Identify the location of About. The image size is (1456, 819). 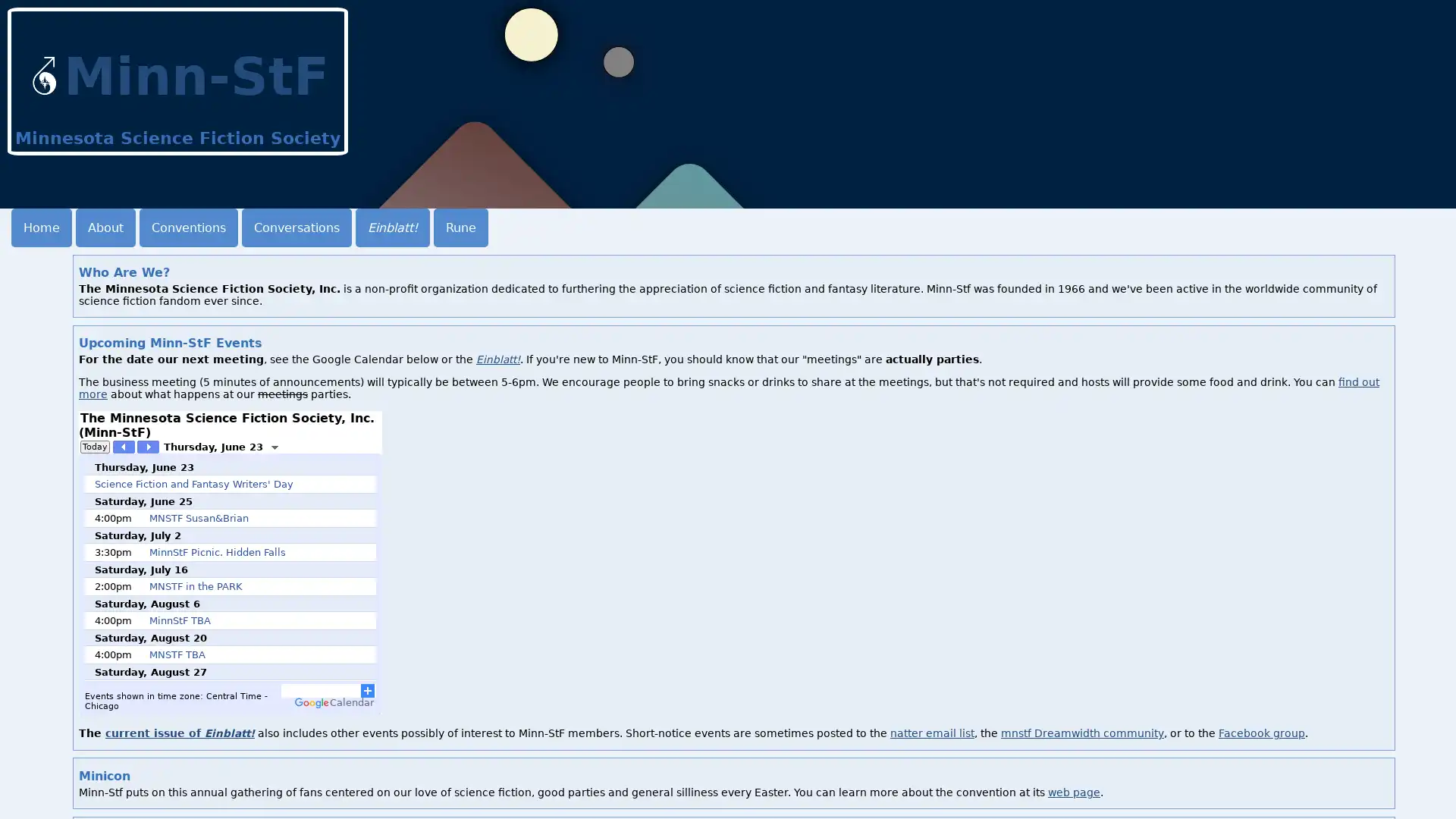
(105, 227).